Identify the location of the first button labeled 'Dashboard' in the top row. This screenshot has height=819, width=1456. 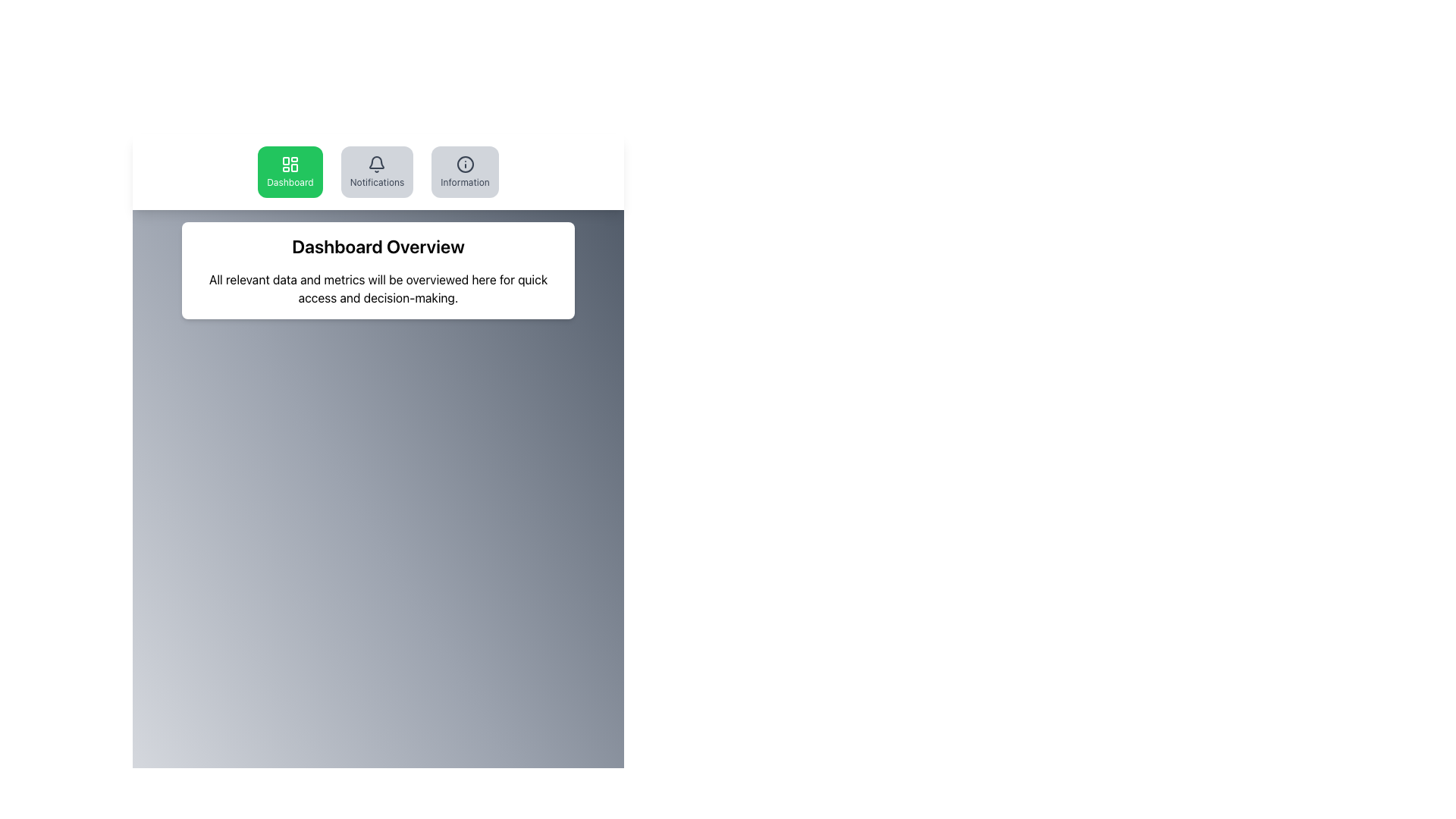
(290, 171).